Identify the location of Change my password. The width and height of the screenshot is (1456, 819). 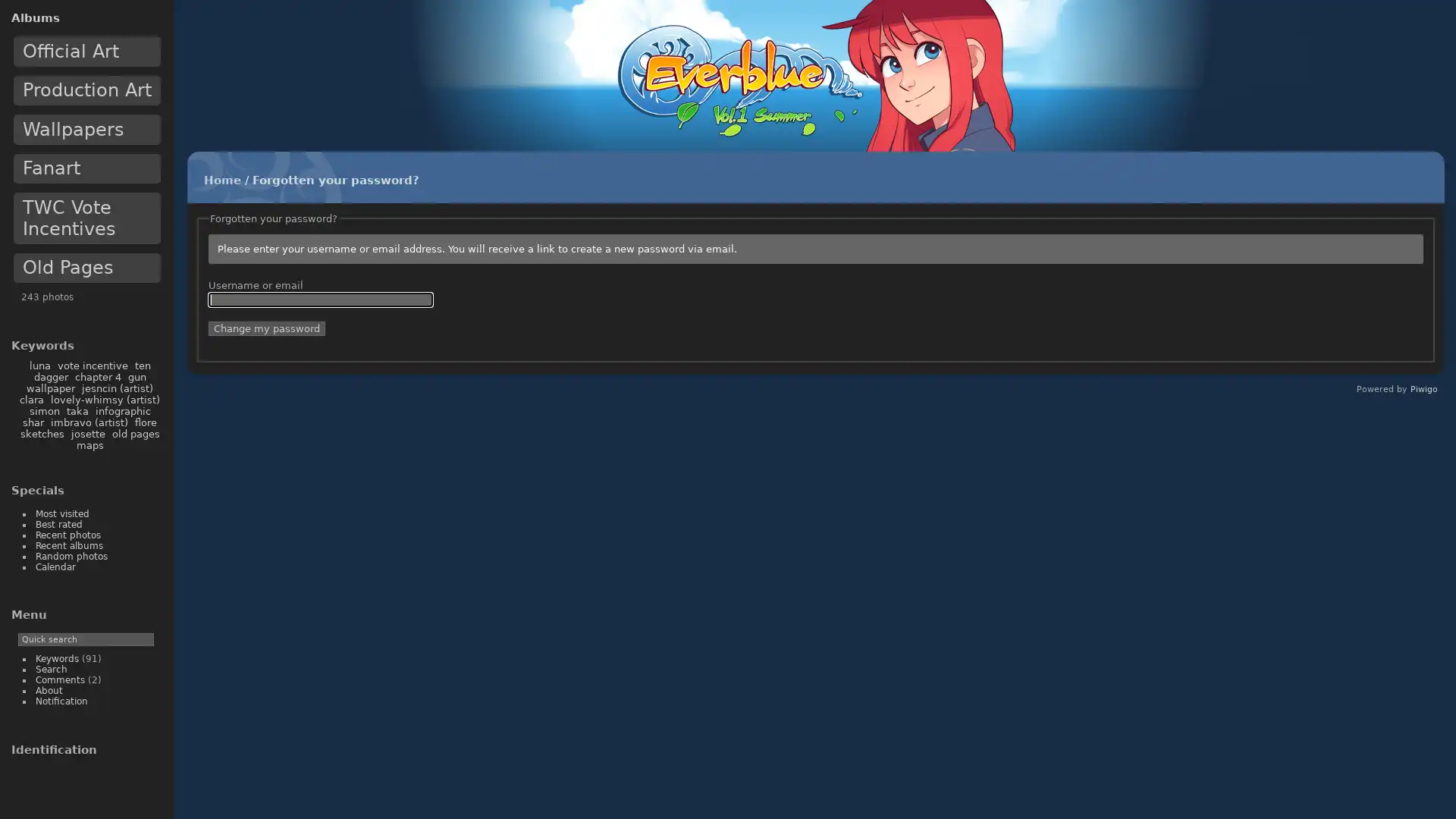
(265, 328).